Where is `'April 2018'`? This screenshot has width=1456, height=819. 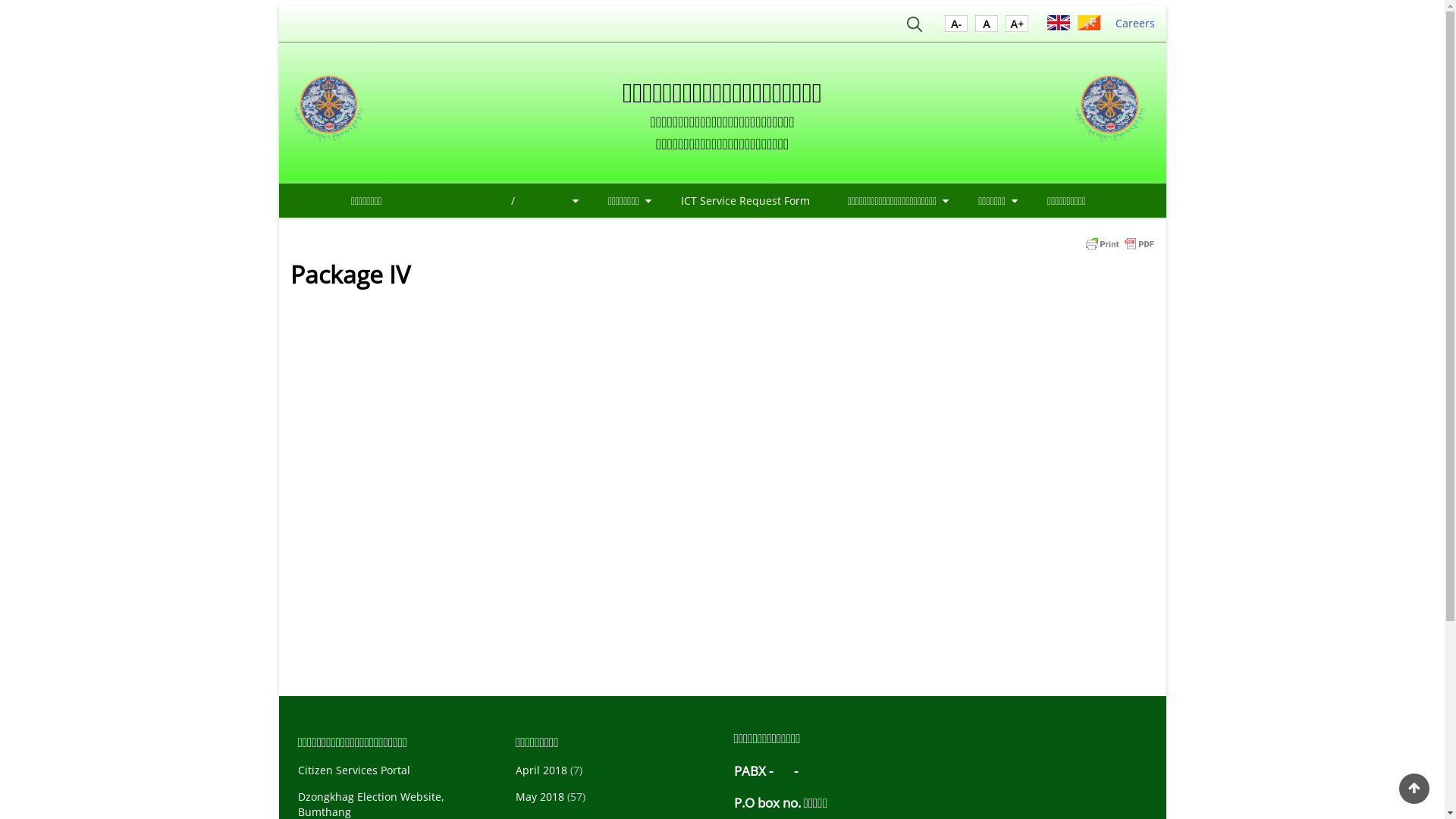
'April 2018' is located at coordinates (541, 770).